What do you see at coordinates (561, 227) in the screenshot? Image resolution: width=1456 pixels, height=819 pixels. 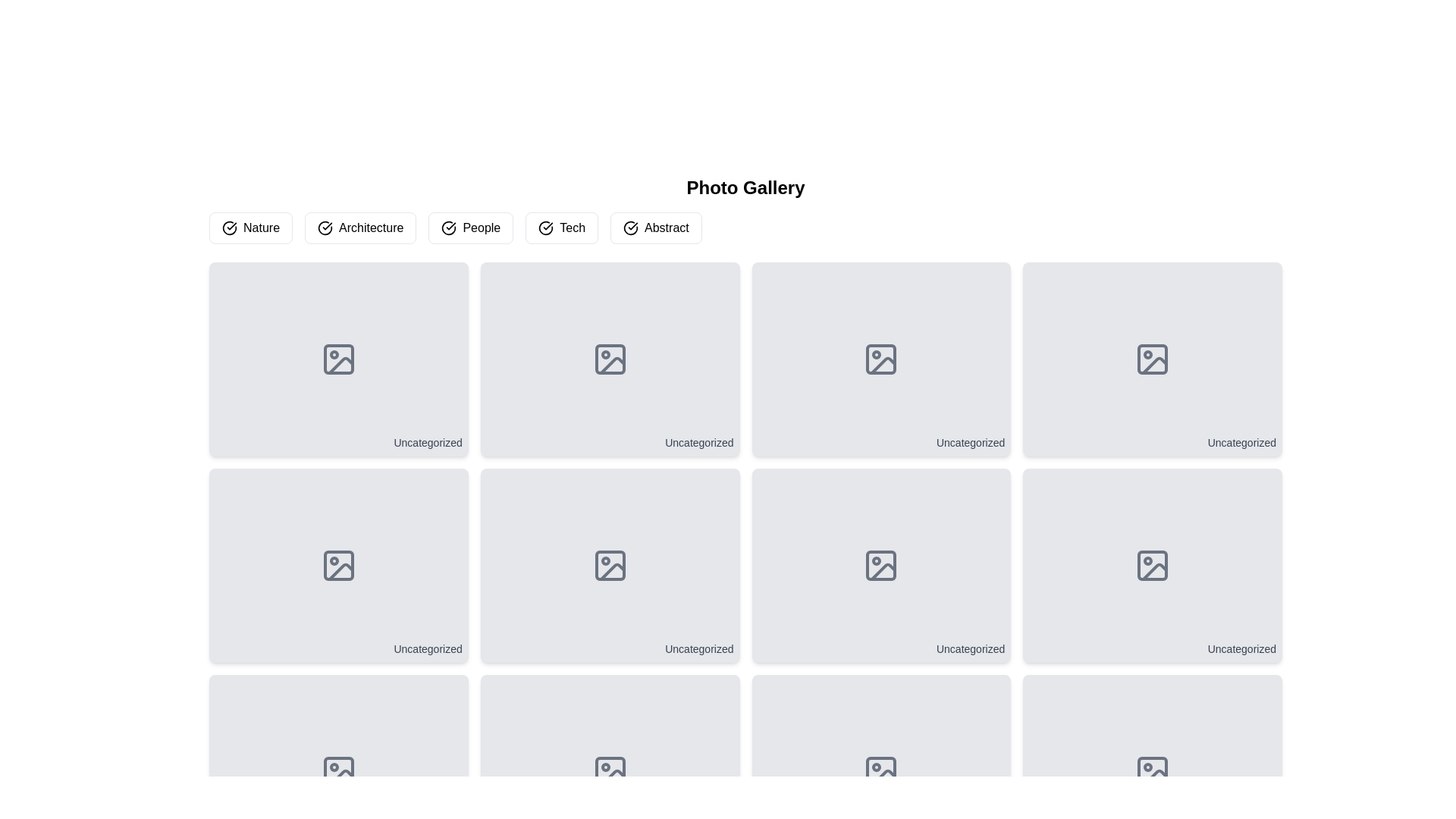 I see `the button labeled 'Tech' that has a white background with black text and a check mark icon, located in the fourth position in a row of buttons under 'Photo Gallery' to apply the 'Tech' filter` at bounding box center [561, 227].